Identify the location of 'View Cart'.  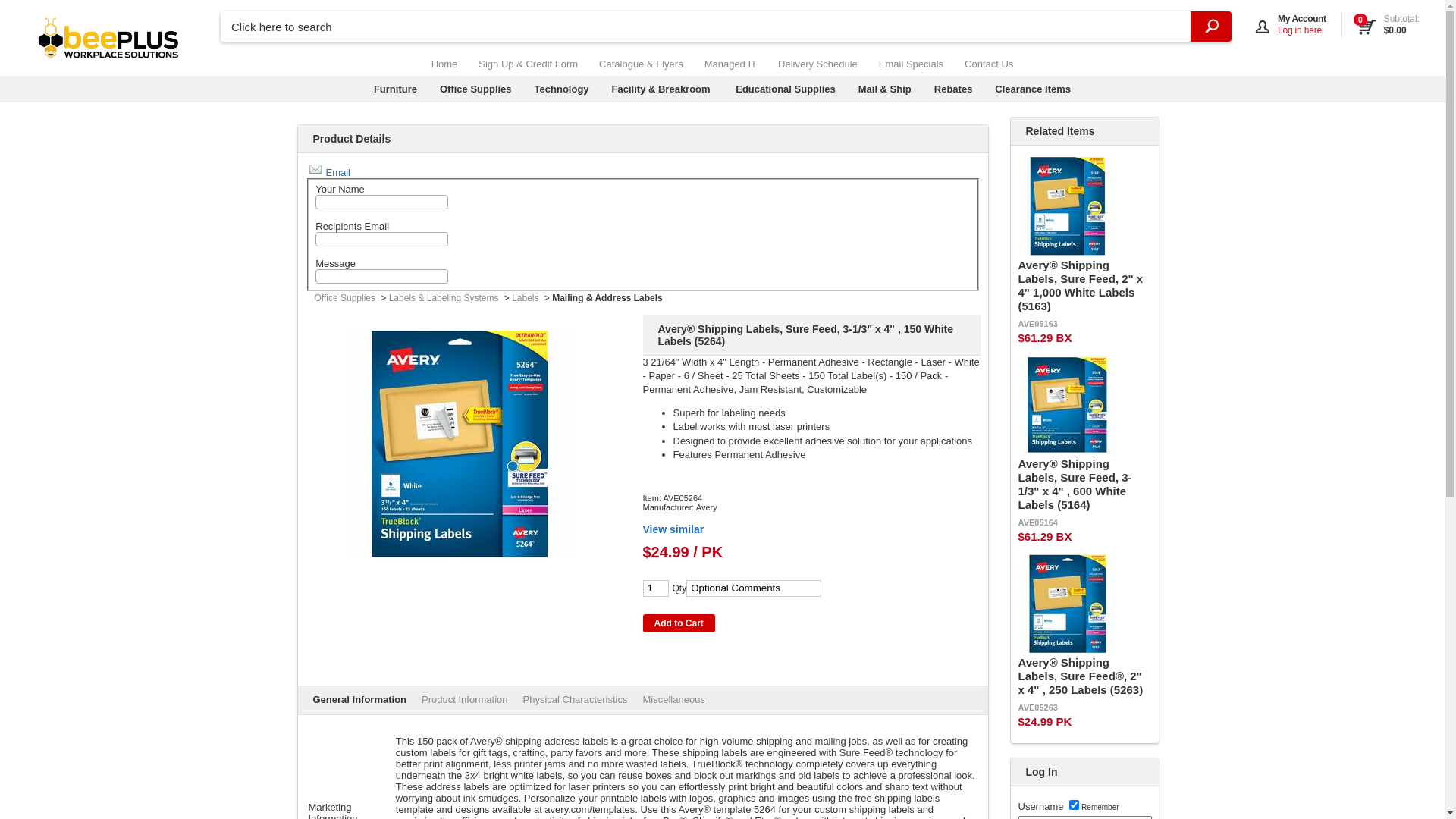
(1388, 26).